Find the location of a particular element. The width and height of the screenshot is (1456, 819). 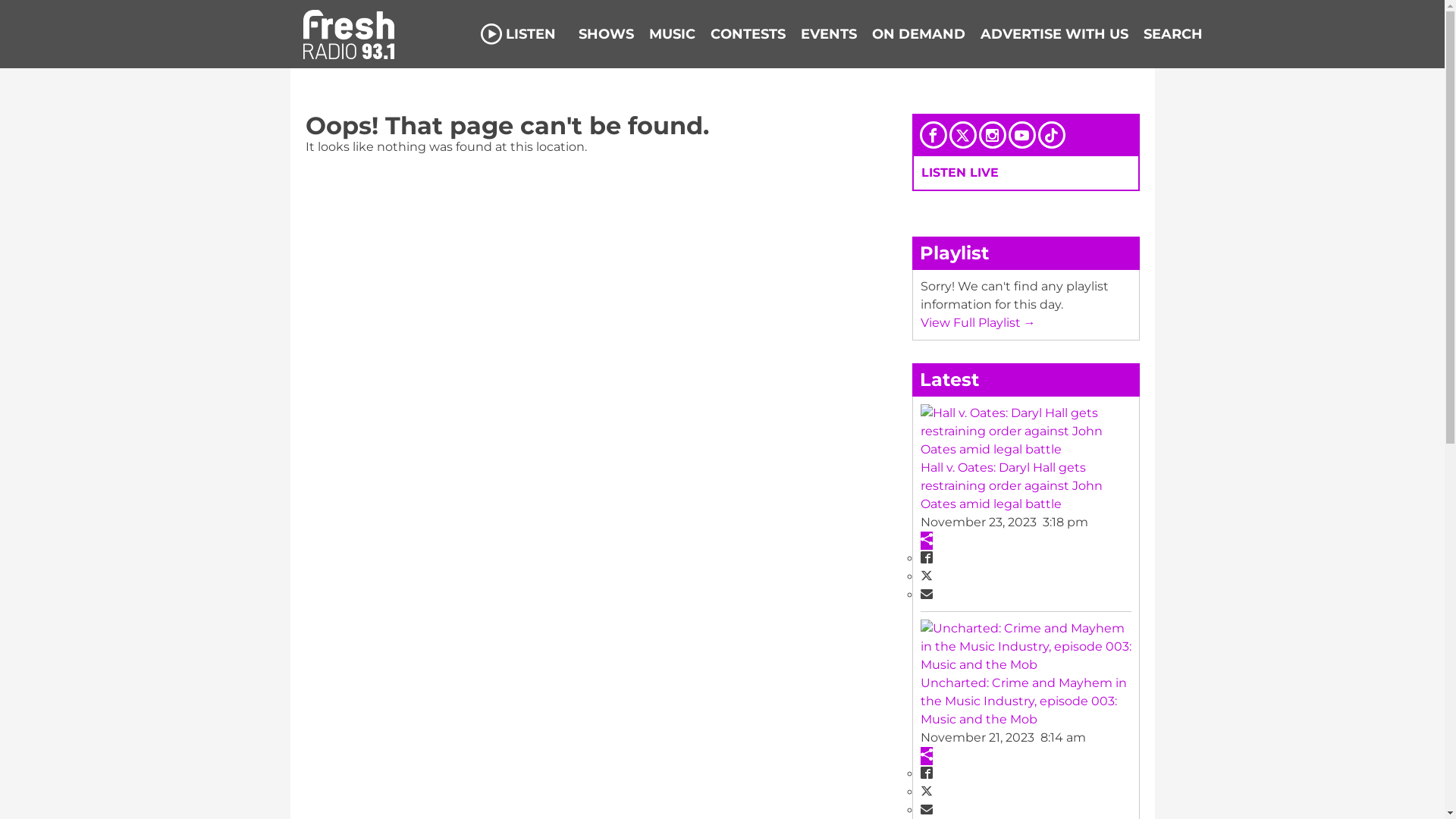

'LISTEN LIVE' is located at coordinates (959, 171).